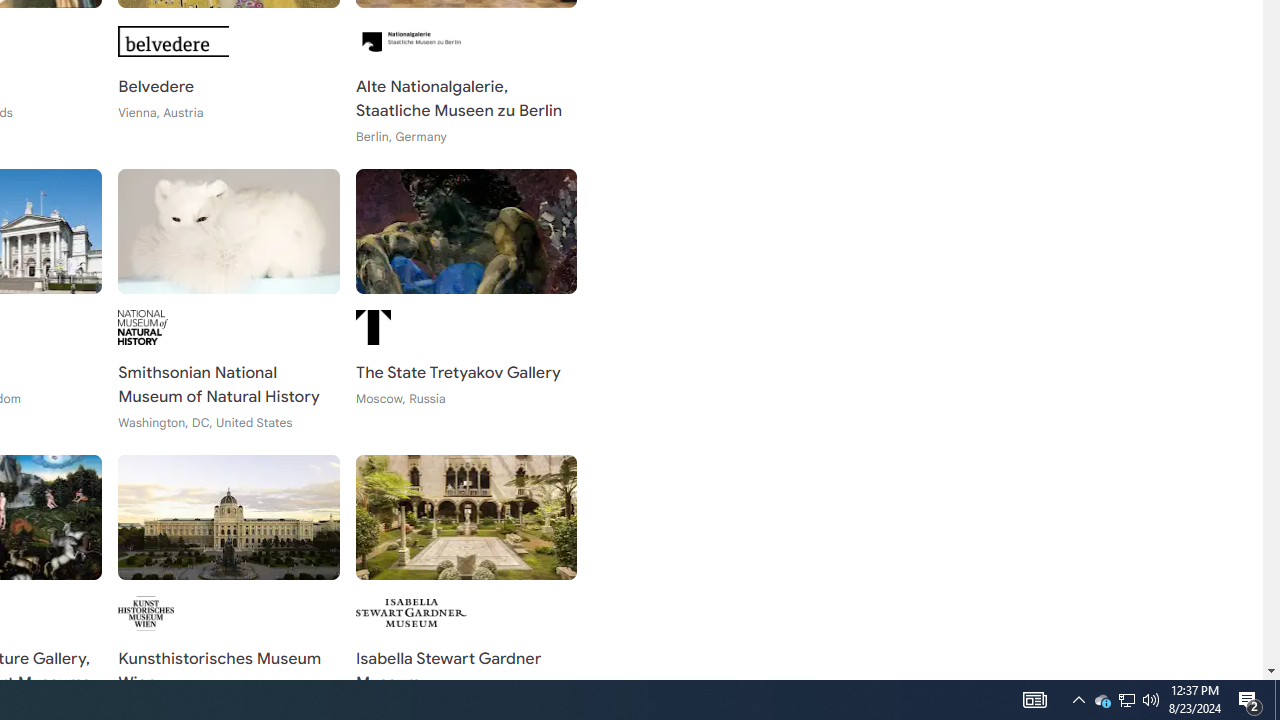 This screenshot has width=1280, height=720. Describe the element at coordinates (465, 300) in the screenshot. I see `'The State Tretyakov Gallery Moscow, Russia'` at that location.